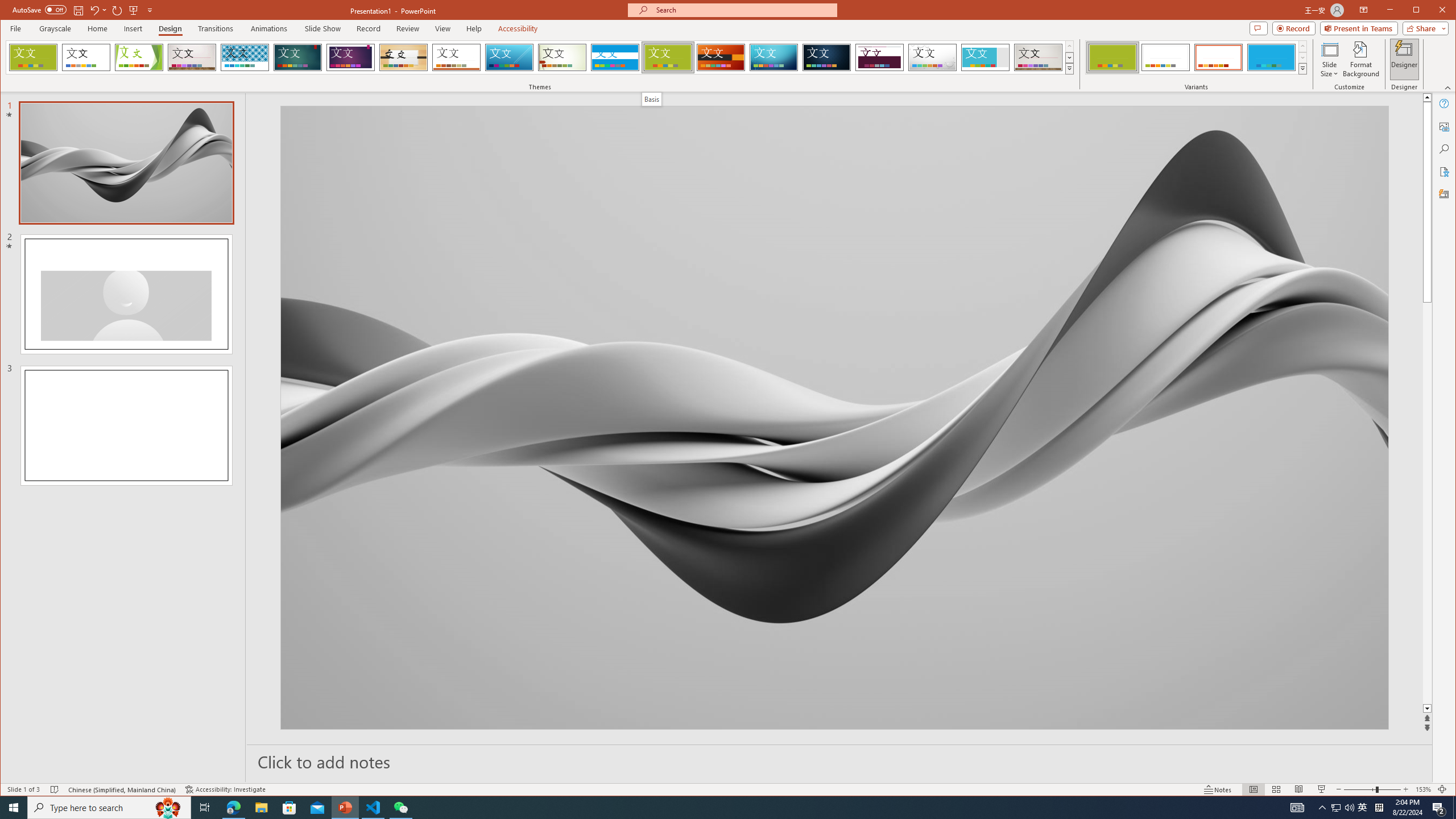  What do you see at coordinates (244, 57) in the screenshot?
I see `'Integral'` at bounding box center [244, 57].